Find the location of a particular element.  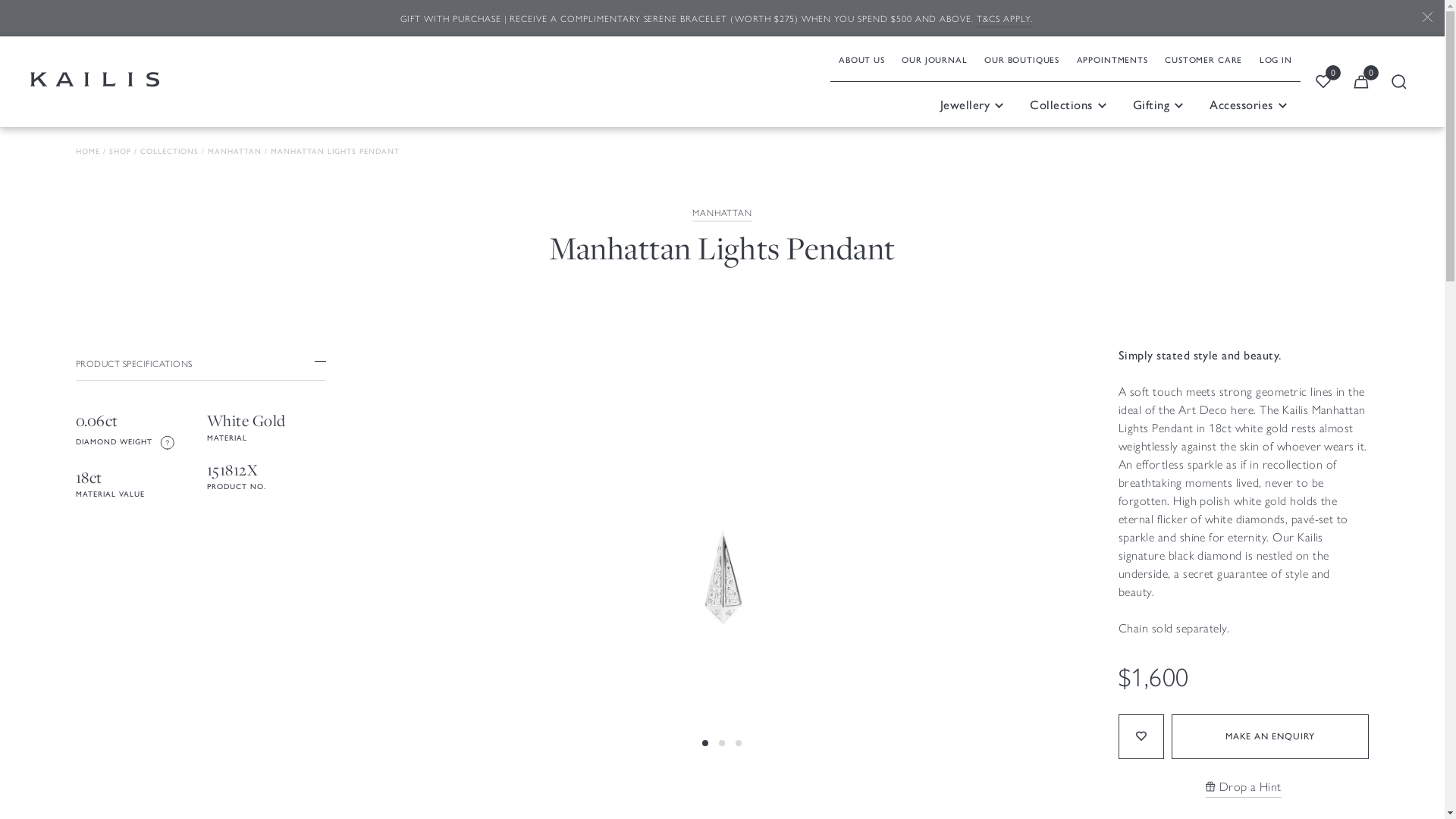

'OPEN SEARCH' is located at coordinates (1398, 82).